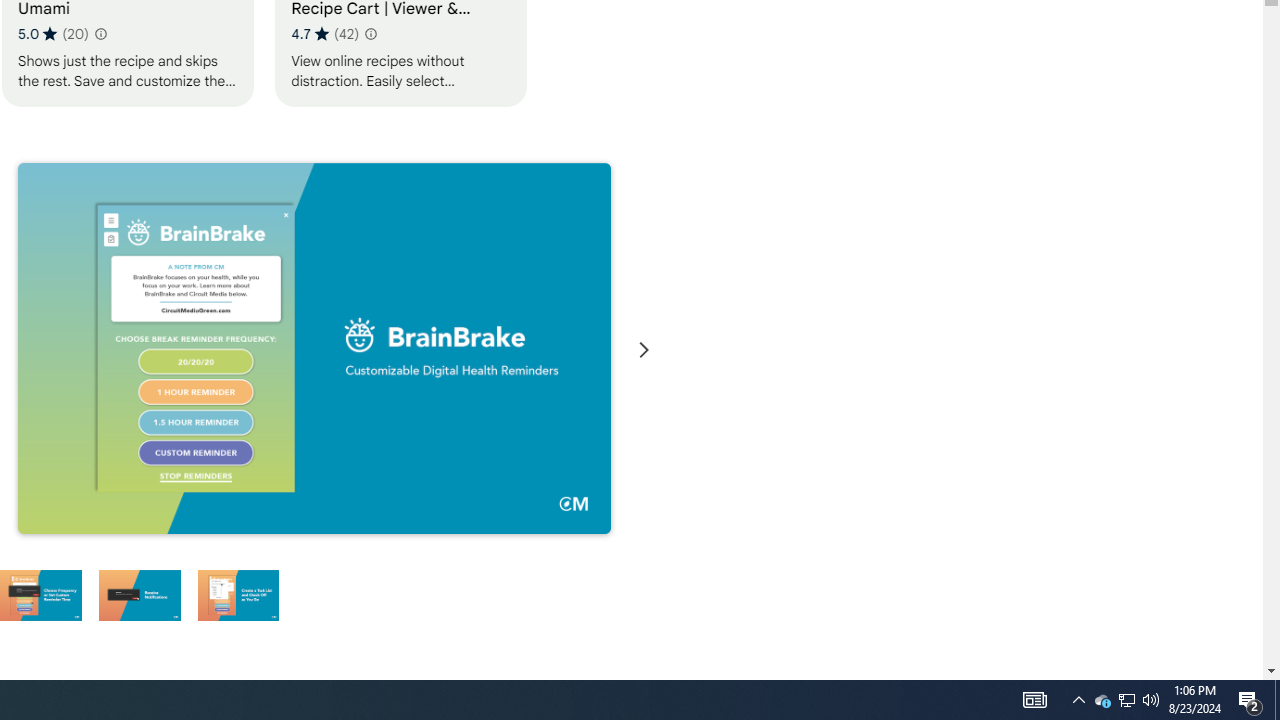  Describe the element at coordinates (53, 33) in the screenshot. I see `'Average rating 5 out of 5 stars. 20 ratings.'` at that location.